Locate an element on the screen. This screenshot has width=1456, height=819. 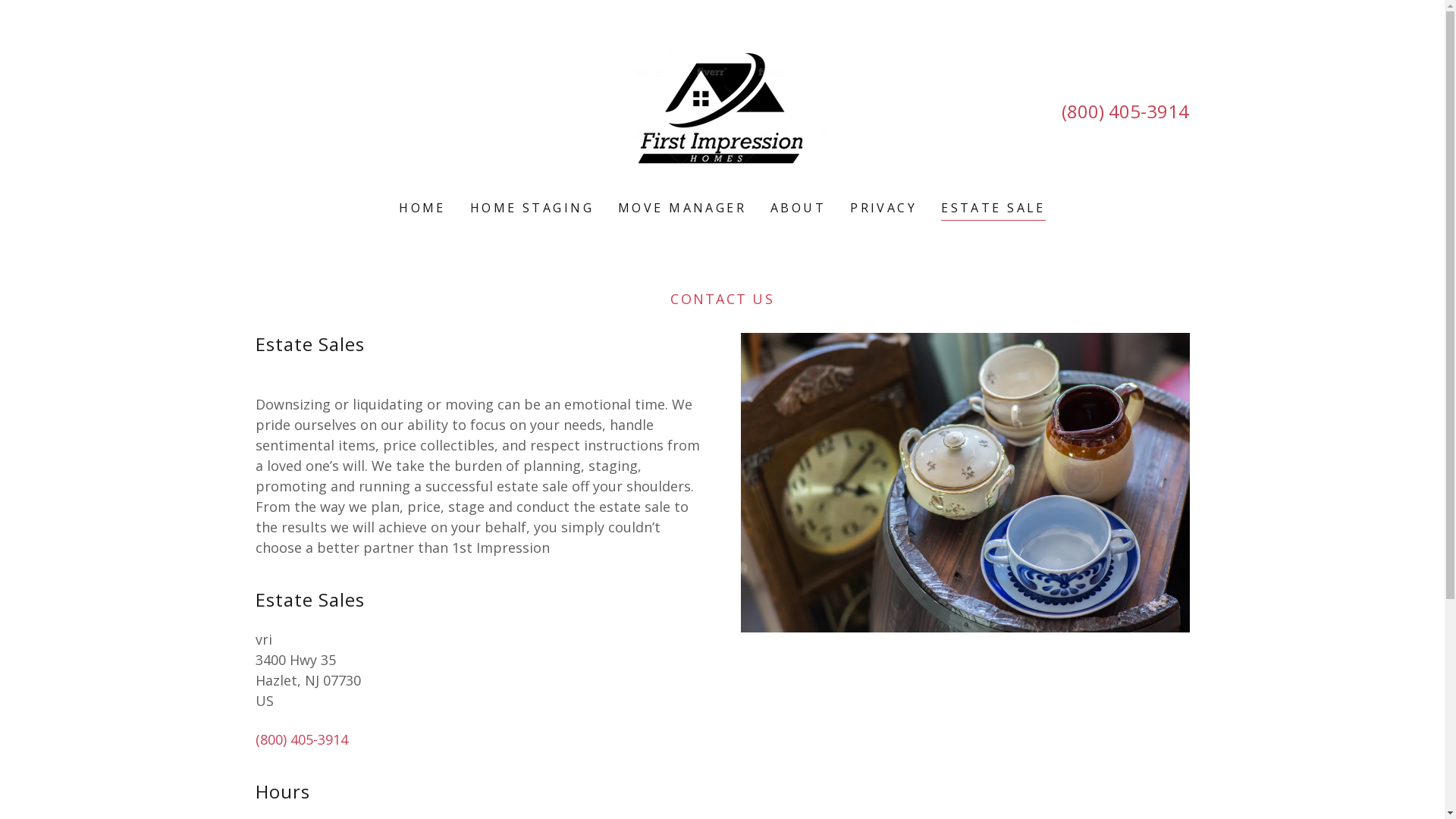
'HOME STAGING' is located at coordinates (532, 207).